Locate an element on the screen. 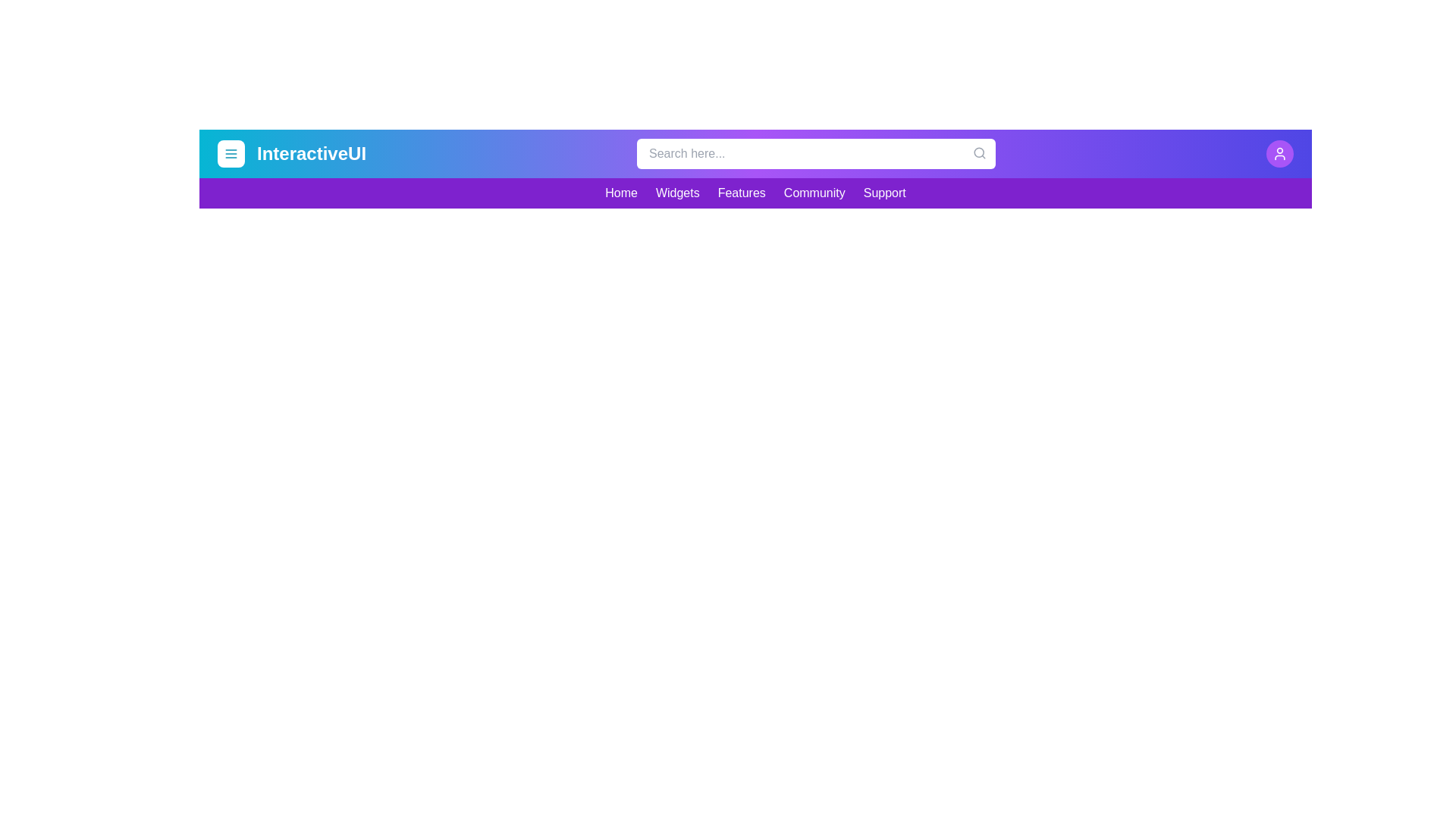 This screenshot has width=1456, height=819. the navigation link labeled Home is located at coordinates (621, 192).